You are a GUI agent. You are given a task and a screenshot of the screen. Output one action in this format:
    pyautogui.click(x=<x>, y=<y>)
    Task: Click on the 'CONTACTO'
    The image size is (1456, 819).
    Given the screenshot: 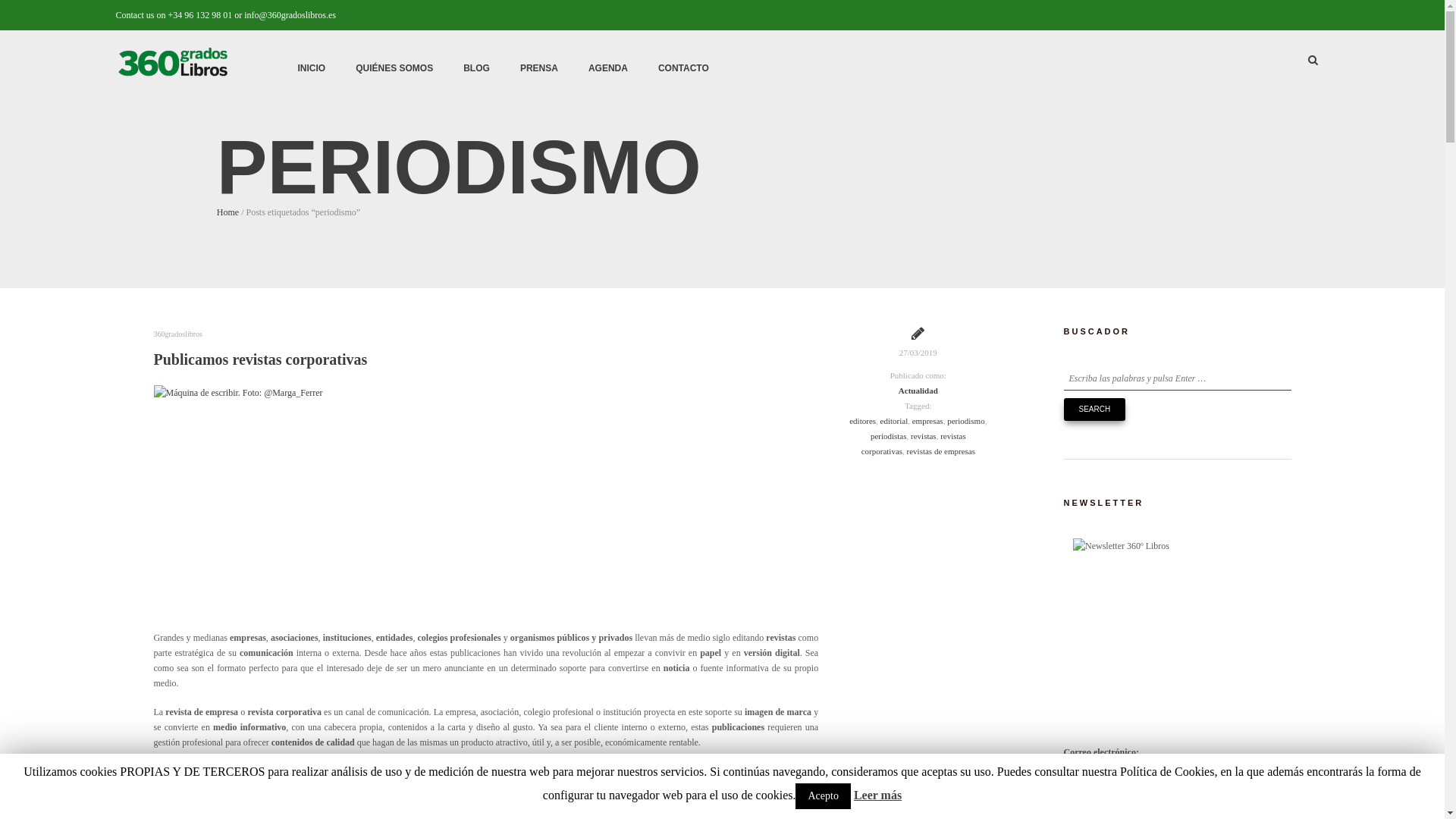 What is the action you would take?
    pyautogui.click(x=682, y=67)
    